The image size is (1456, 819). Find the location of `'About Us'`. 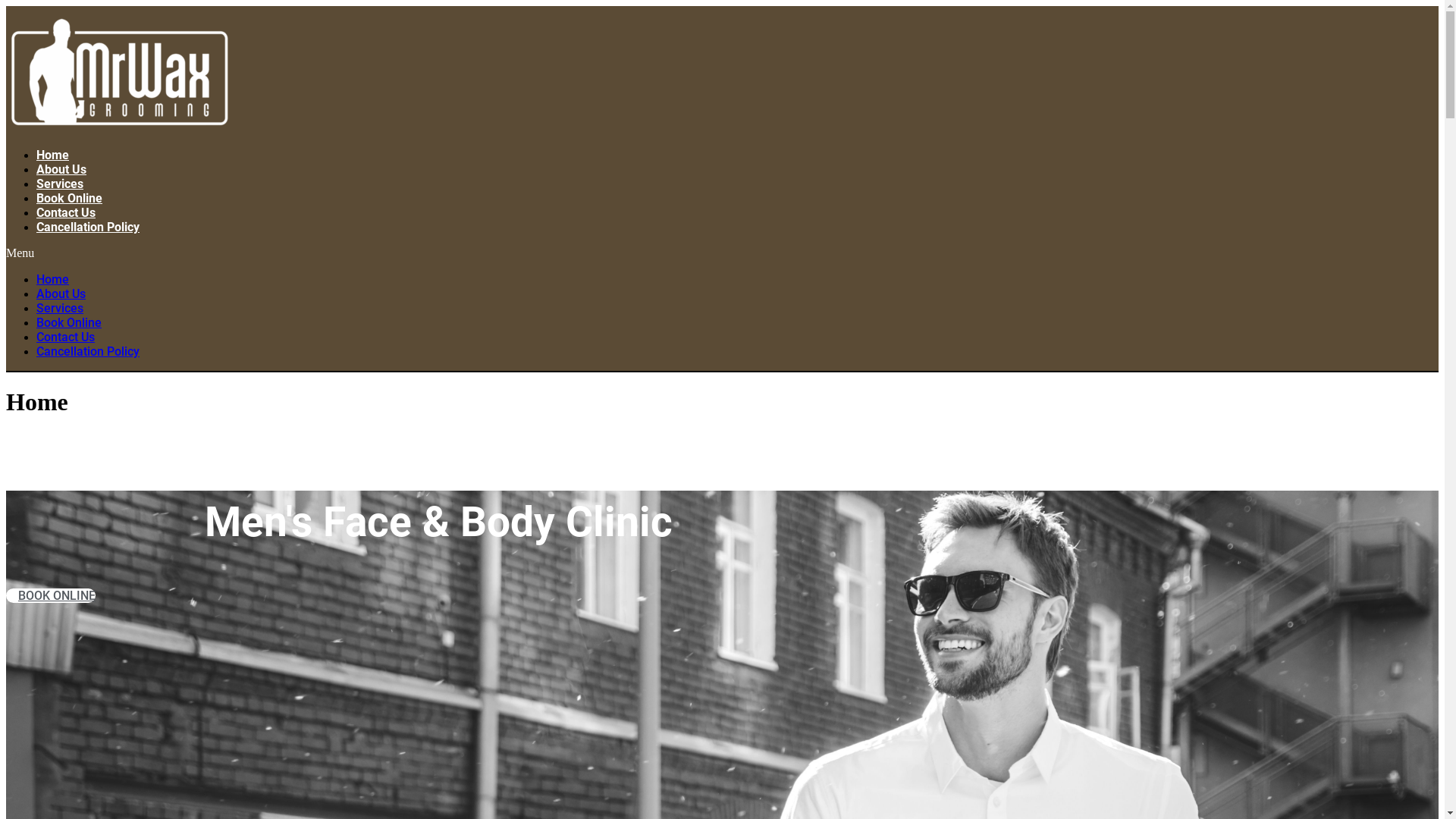

'About Us' is located at coordinates (61, 293).